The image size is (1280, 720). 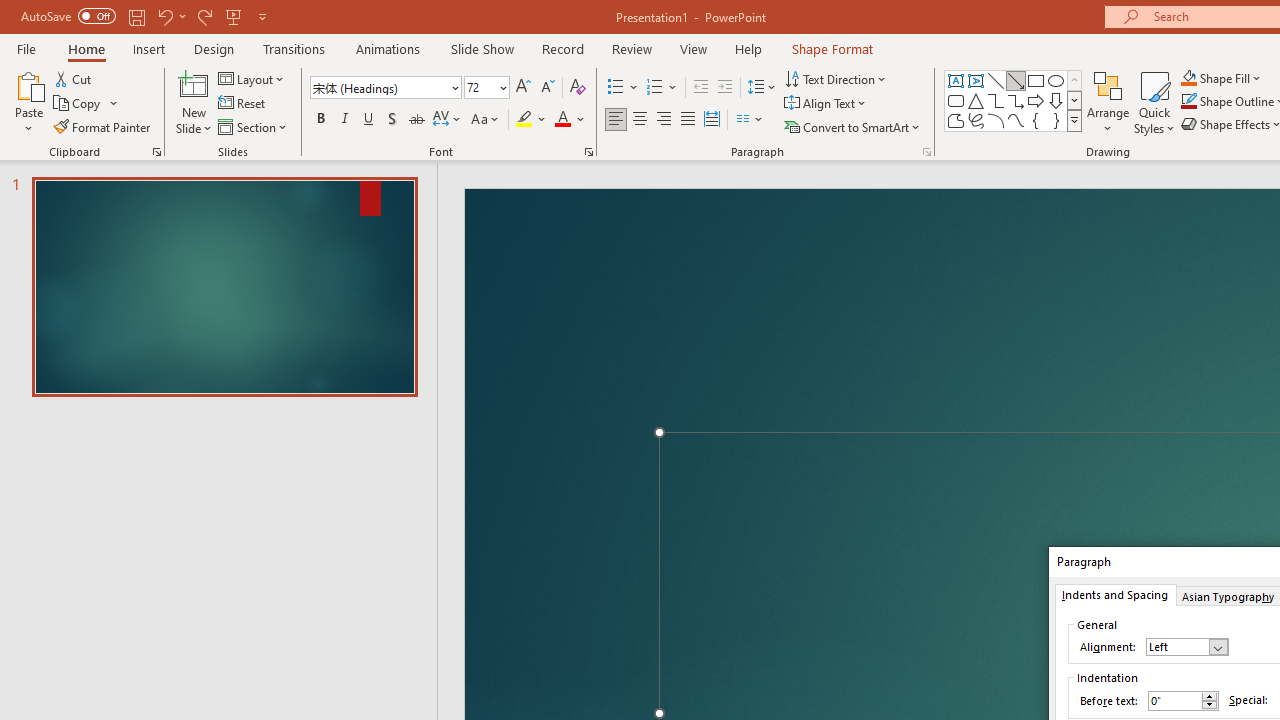 I want to click on 'Decrease Font Size', so click(x=547, y=86).